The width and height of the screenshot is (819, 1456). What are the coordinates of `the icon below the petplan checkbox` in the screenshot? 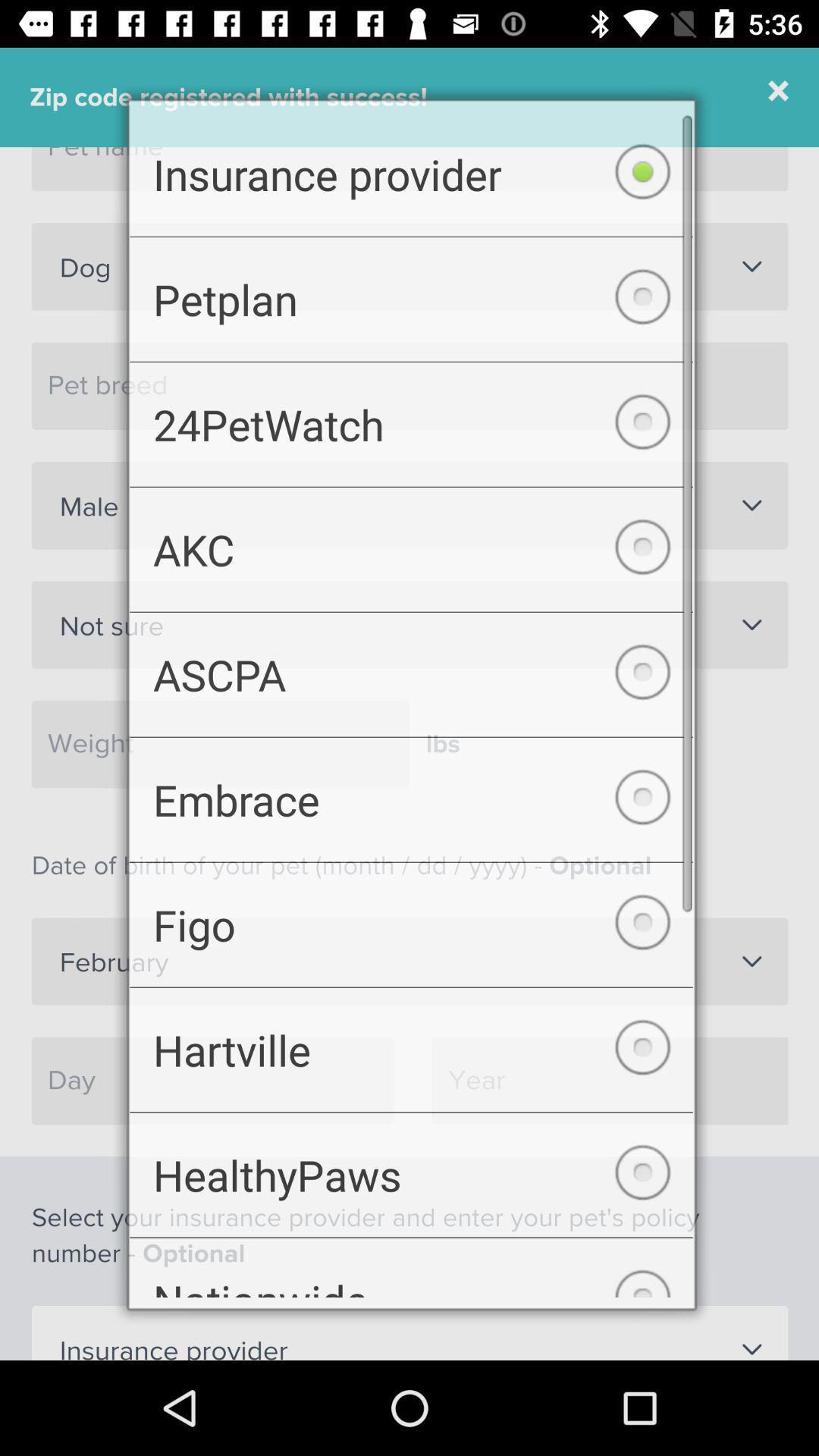 It's located at (411, 416).